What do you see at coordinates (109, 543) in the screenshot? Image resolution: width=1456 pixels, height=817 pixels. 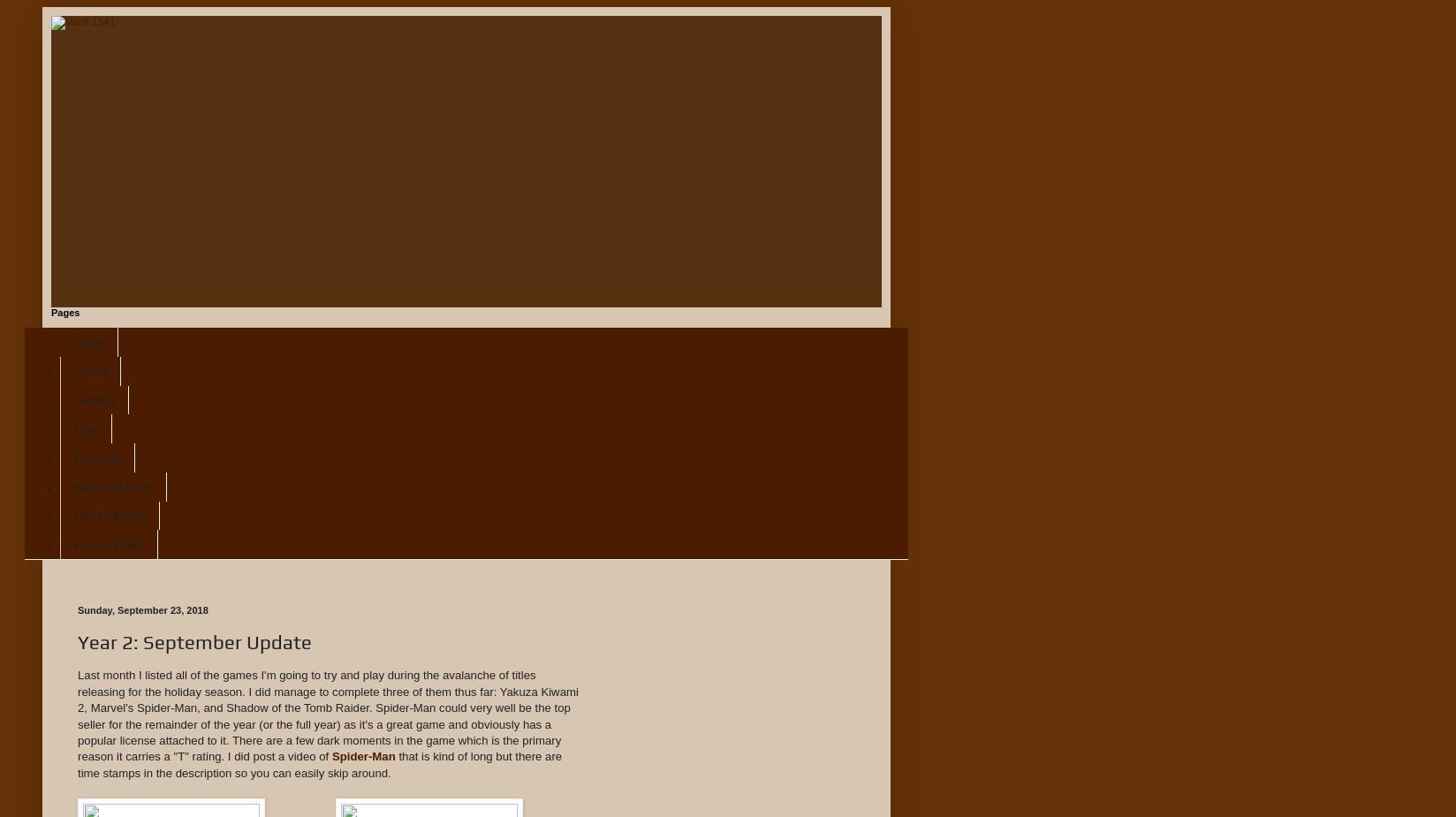 I see `'Privacy Policy'` at bounding box center [109, 543].